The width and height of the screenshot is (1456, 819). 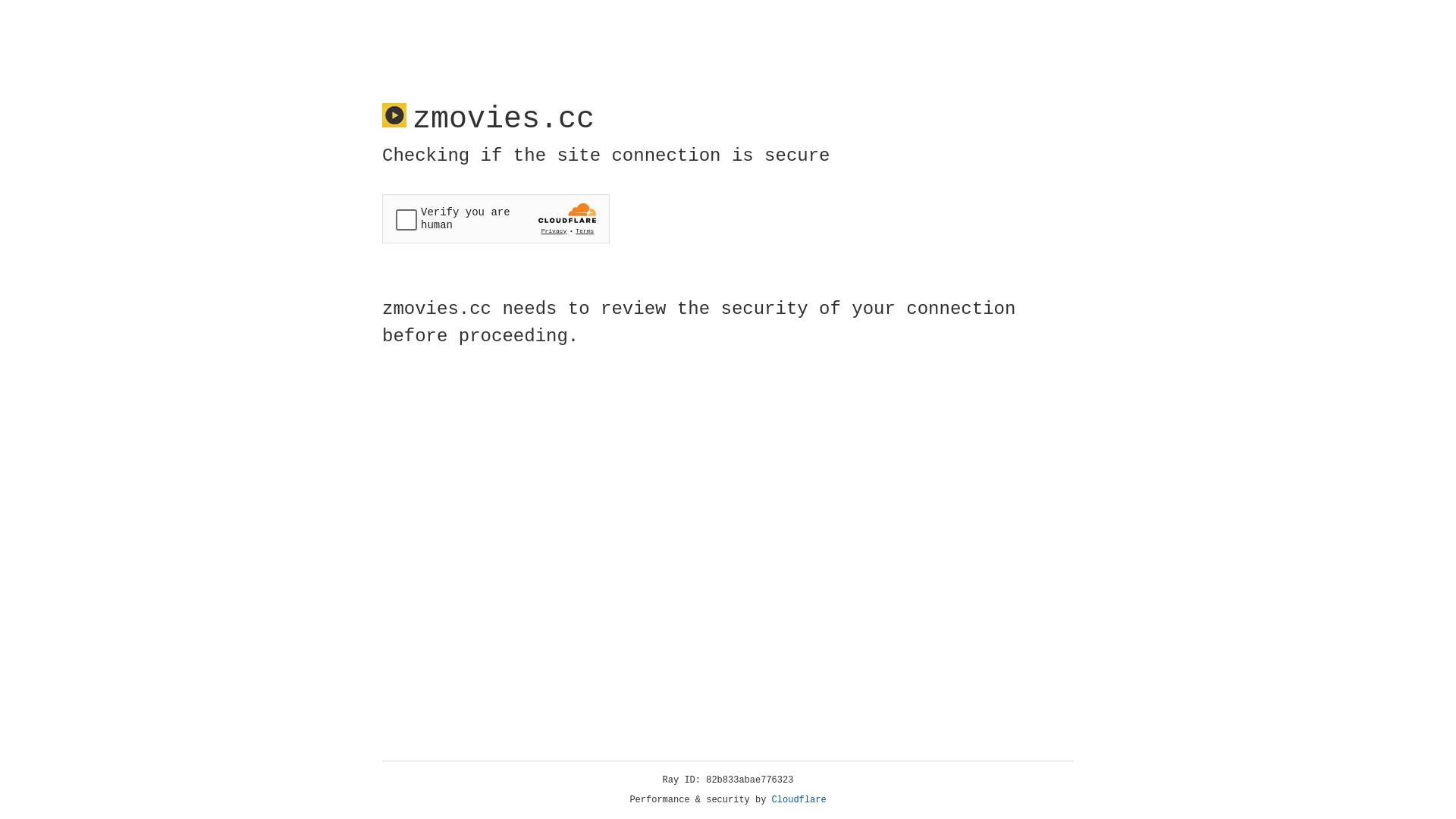 What do you see at coordinates (799, 799) in the screenshot?
I see `'Cloudflare'` at bounding box center [799, 799].